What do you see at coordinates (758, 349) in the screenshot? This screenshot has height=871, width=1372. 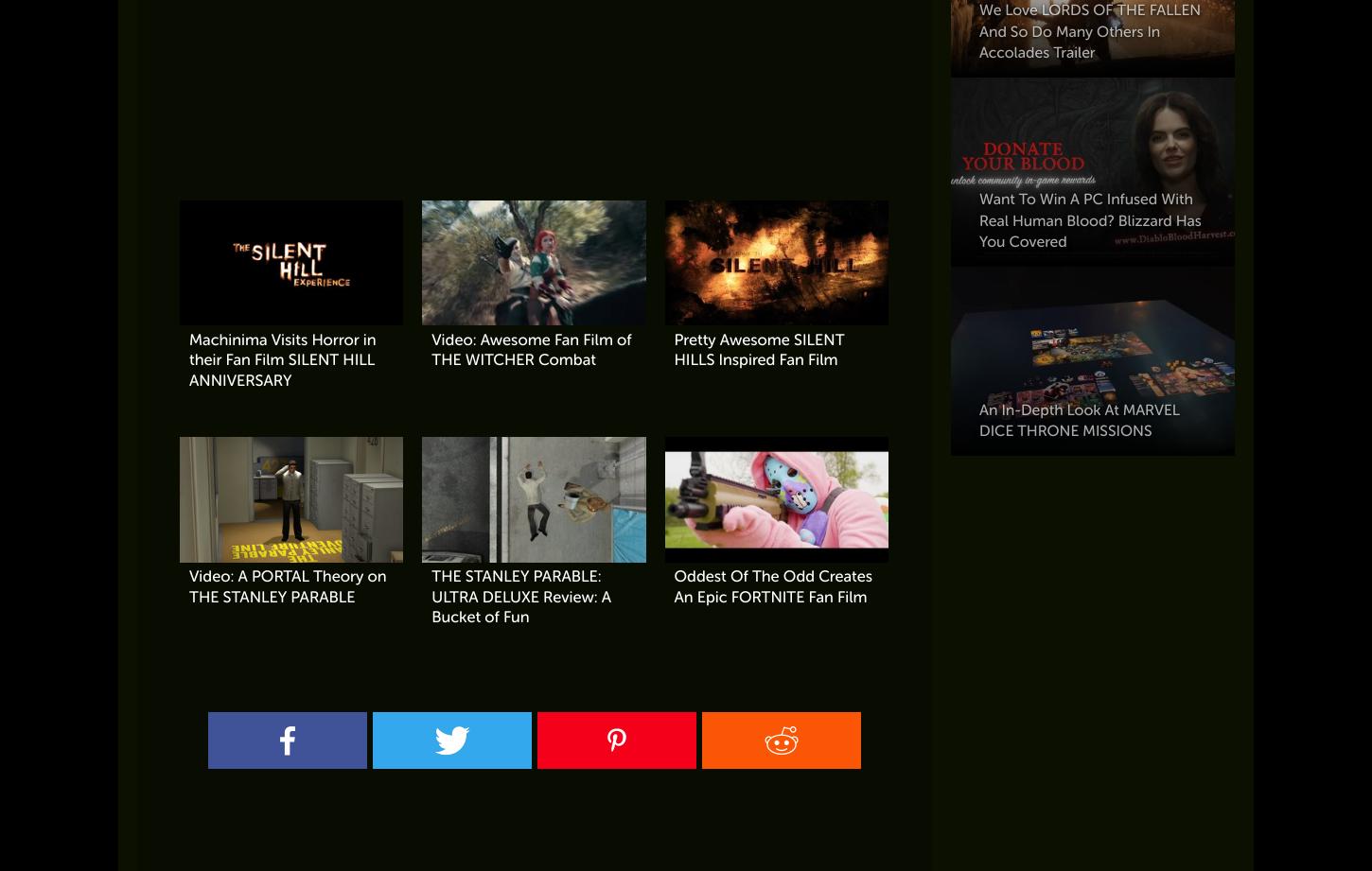 I see `'Pretty Awesome SILENT HILLS Inspired Fan Film'` at bounding box center [758, 349].